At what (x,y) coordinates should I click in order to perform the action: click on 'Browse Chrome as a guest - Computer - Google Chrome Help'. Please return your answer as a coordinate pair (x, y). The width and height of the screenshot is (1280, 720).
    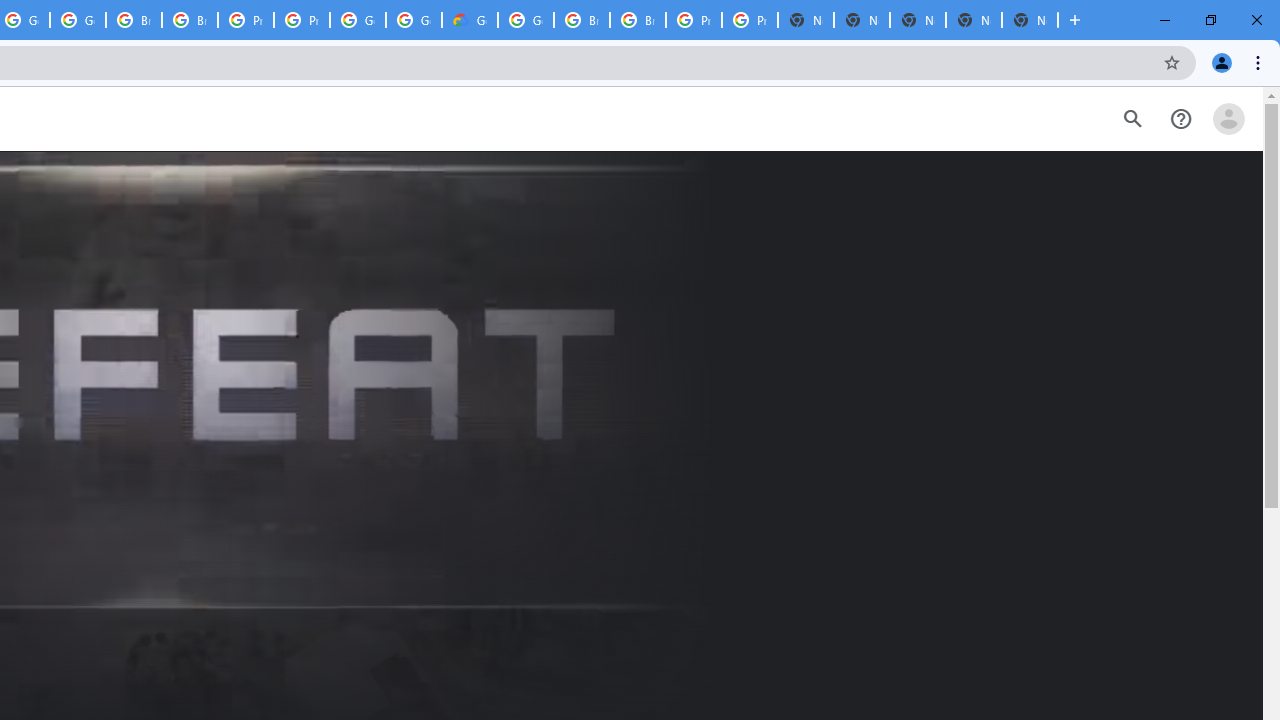
    Looking at the image, I should click on (581, 20).